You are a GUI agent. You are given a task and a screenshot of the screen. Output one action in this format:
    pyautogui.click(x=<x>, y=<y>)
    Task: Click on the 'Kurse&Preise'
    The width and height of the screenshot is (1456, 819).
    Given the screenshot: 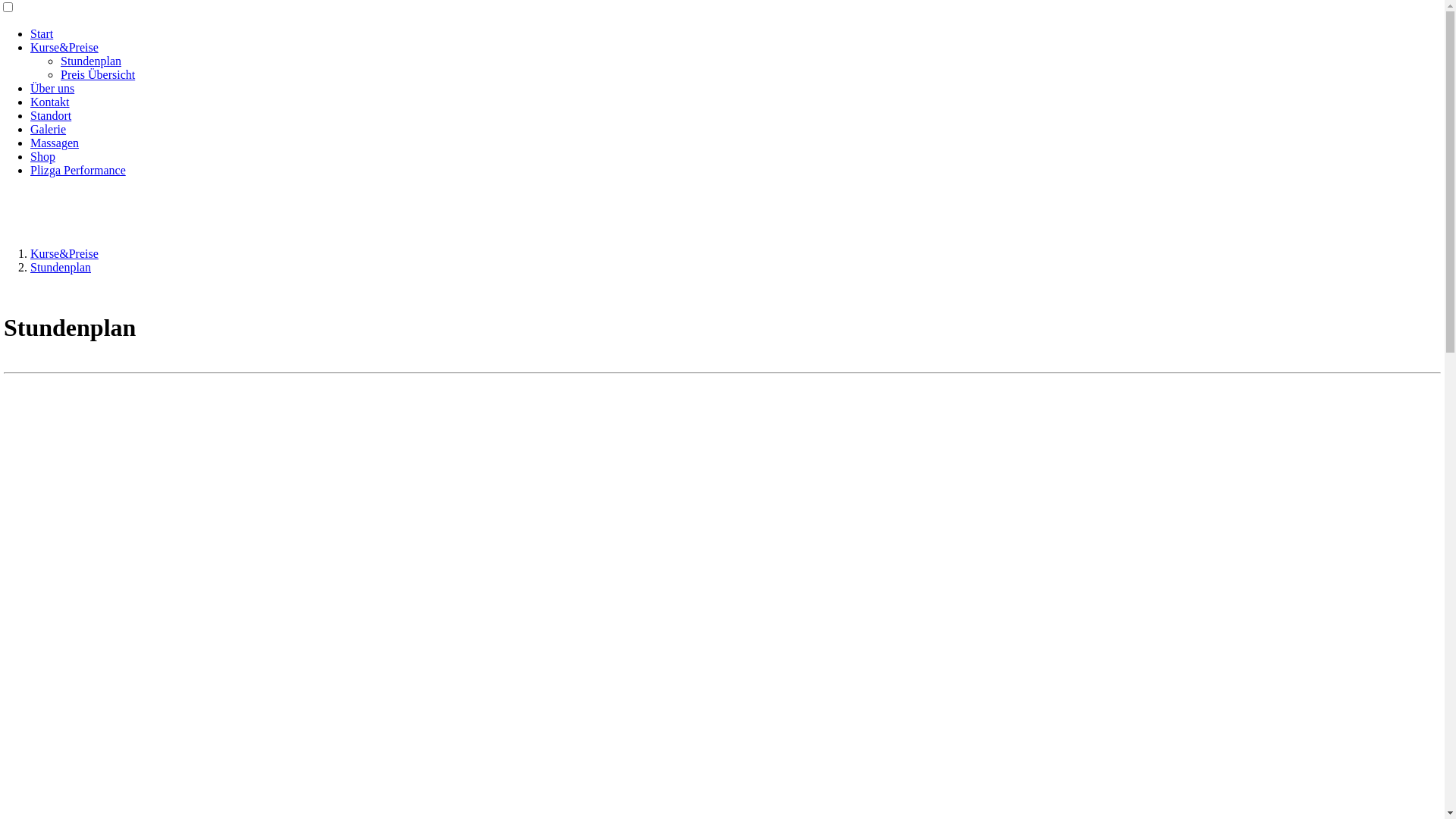 What is the action you would take?
    pyautogui.click(x=64, y=46)
    